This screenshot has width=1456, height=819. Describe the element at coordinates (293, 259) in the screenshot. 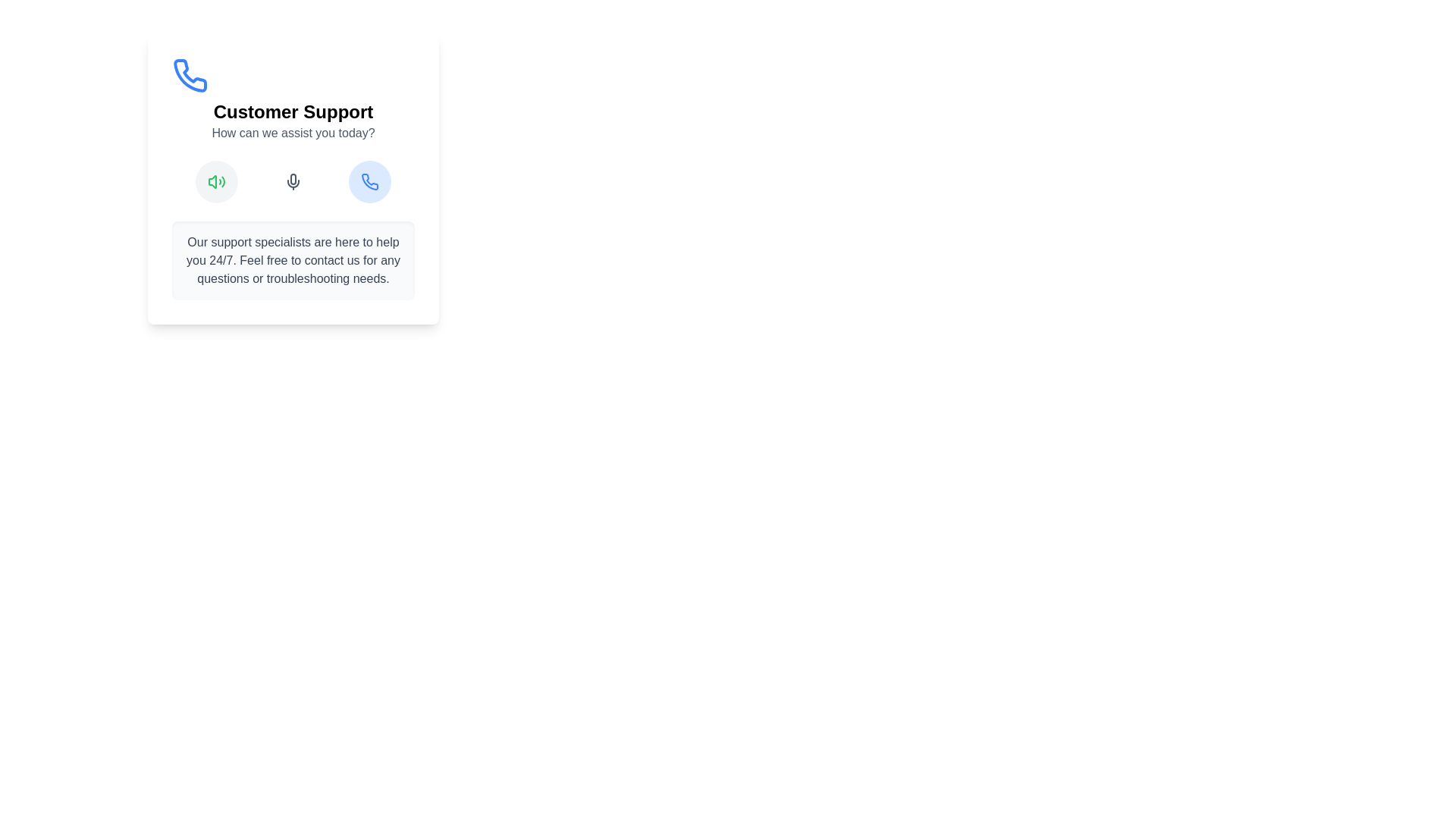

I see `the text block styled in gray font that reads 'Our support specialists are here` at that location.